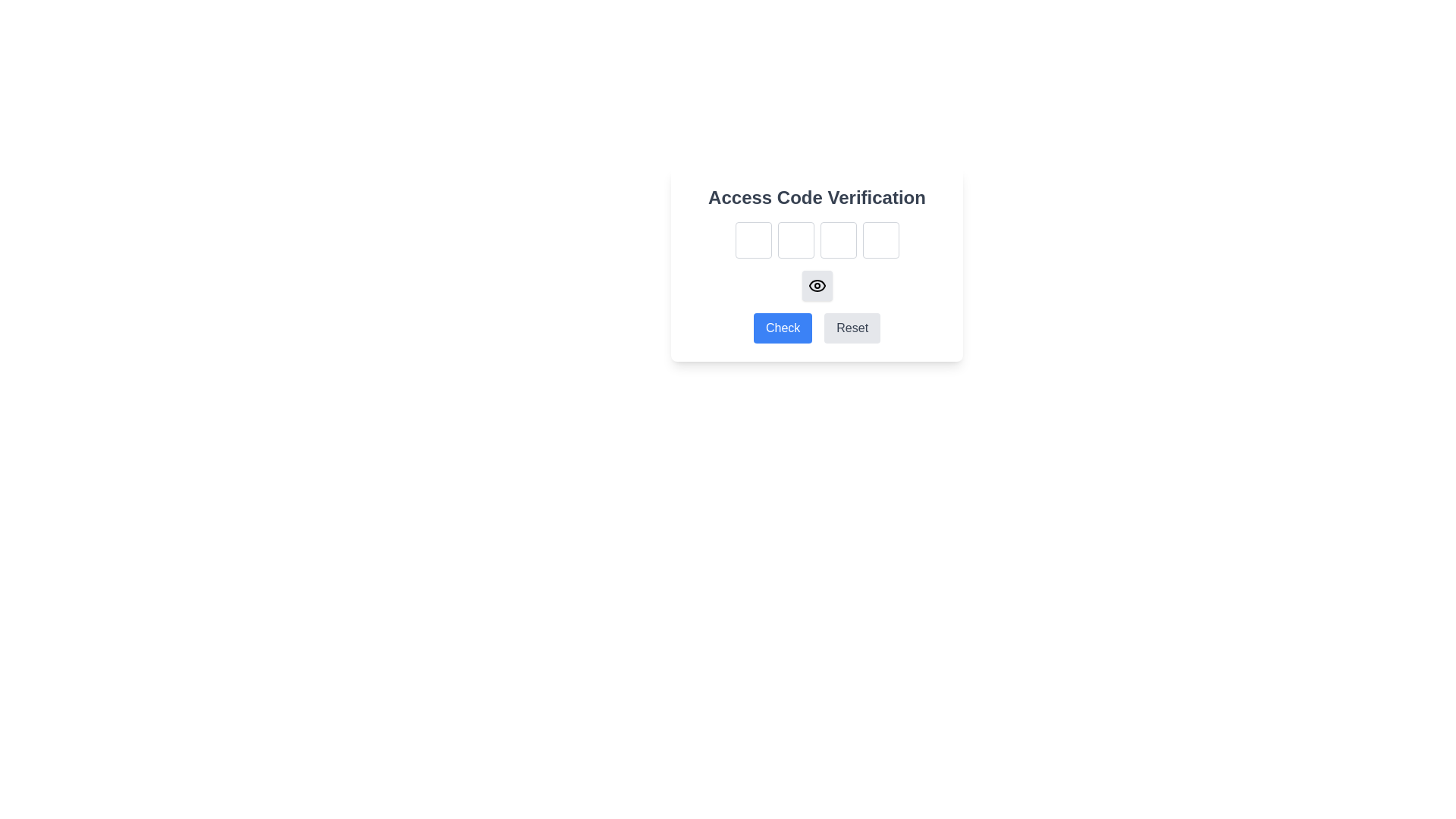 The width and height of the screenshot is (1456, 819). Describe the element at coordinates (816, 286) in the screenshot. I see `the visibility toggle button located beneath the verification code input fields` at that location.